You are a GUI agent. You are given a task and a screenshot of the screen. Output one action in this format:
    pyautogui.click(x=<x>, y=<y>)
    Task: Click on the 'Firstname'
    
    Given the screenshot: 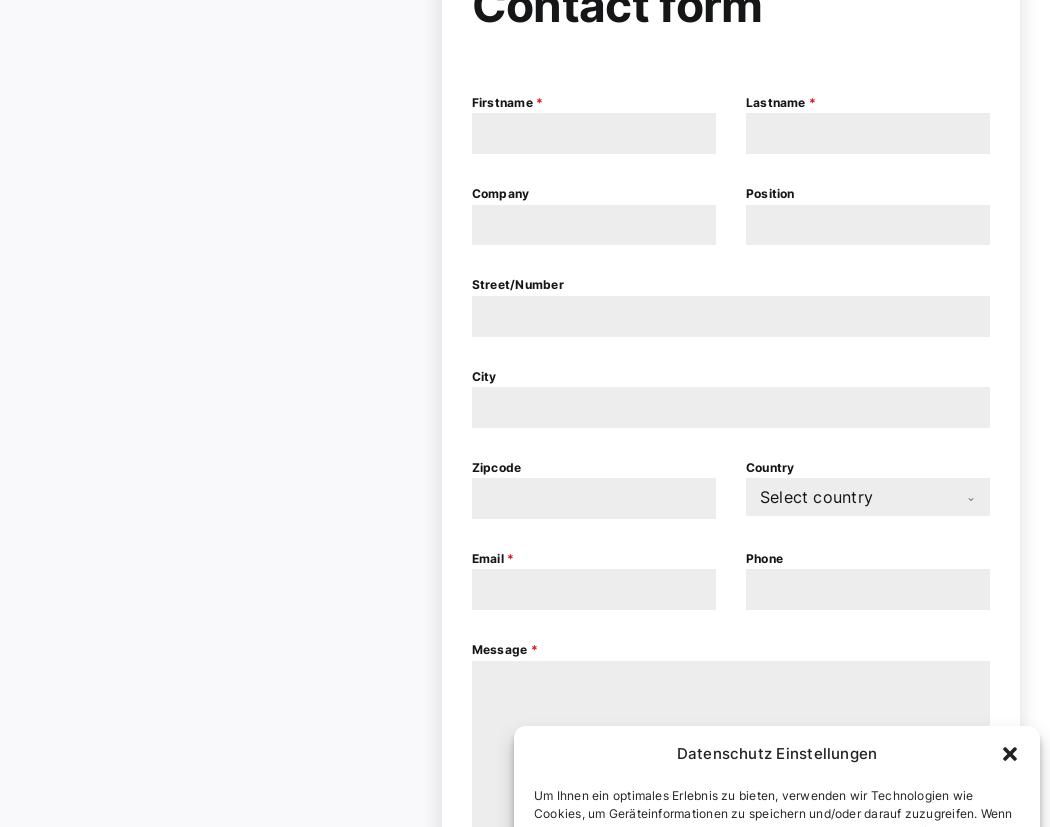 What is the action you would take?
    pyautogui.click(x=471, y=101)
    